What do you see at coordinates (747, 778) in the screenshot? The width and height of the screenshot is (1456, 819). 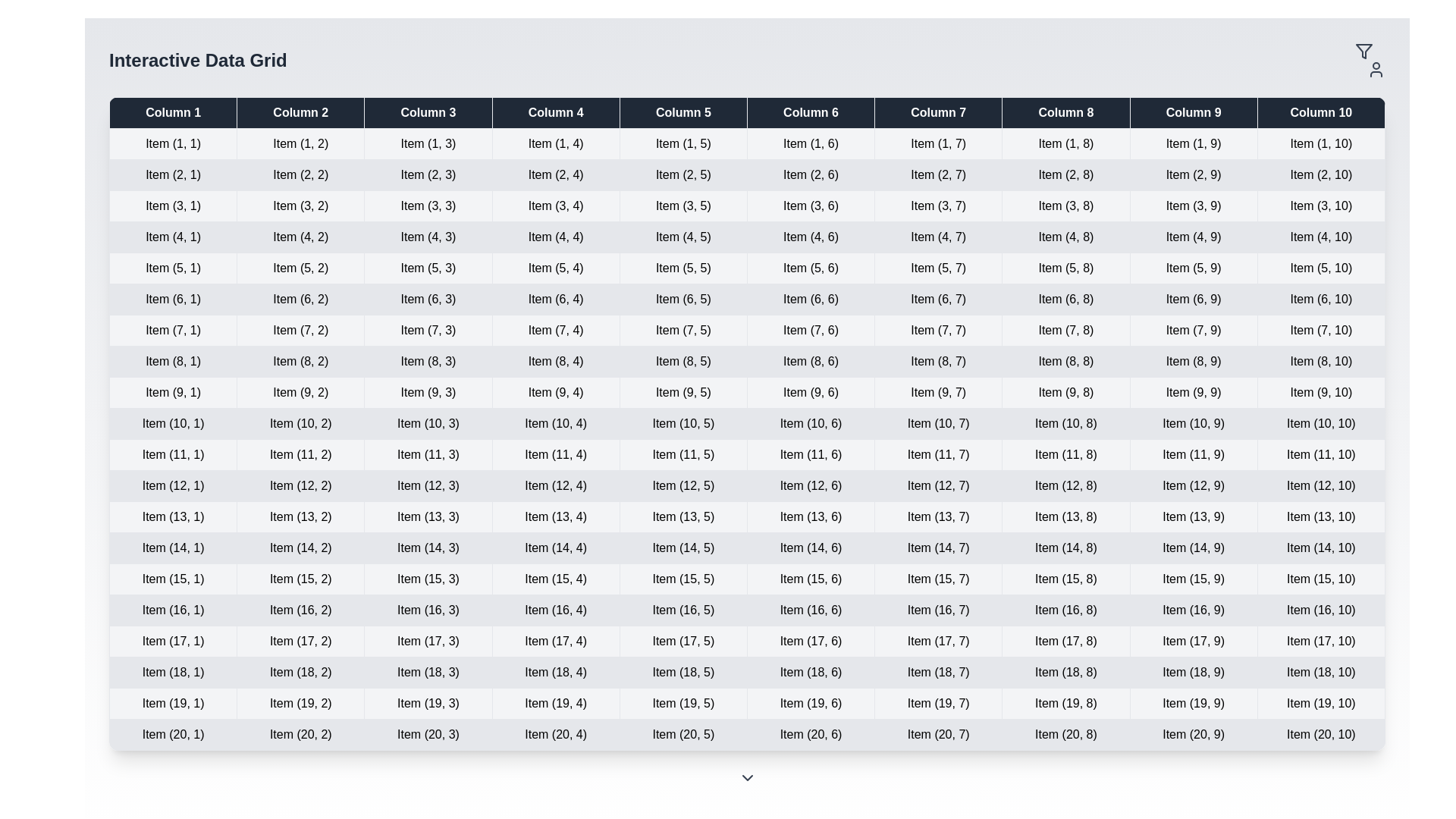 I see `the ChevronDown icon in the footer of the DataGridWithControls component` at bounding box center [747, 778].